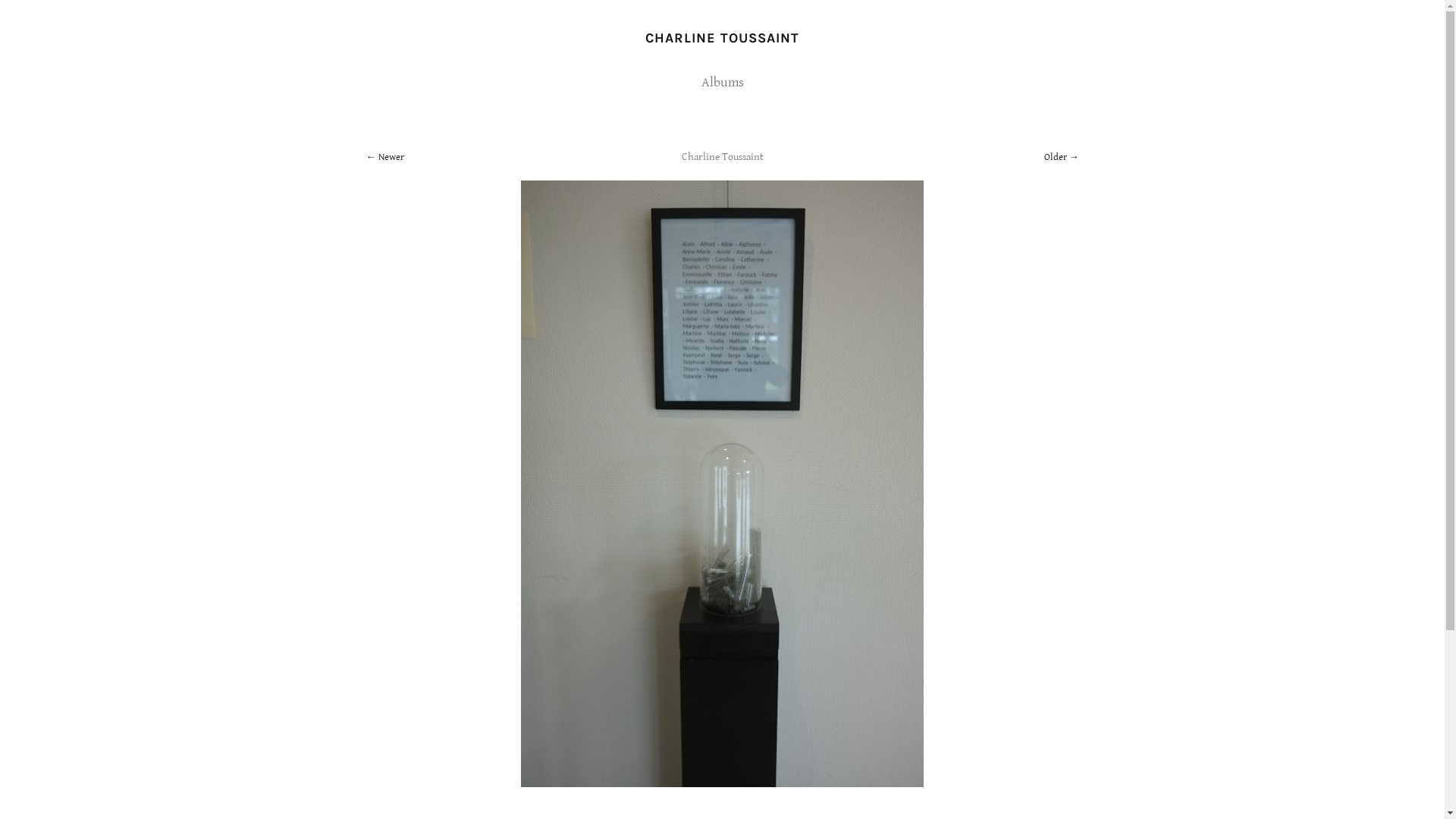 The image size is (1456, 819). I want to click on 'Albums', so click(720, 82).